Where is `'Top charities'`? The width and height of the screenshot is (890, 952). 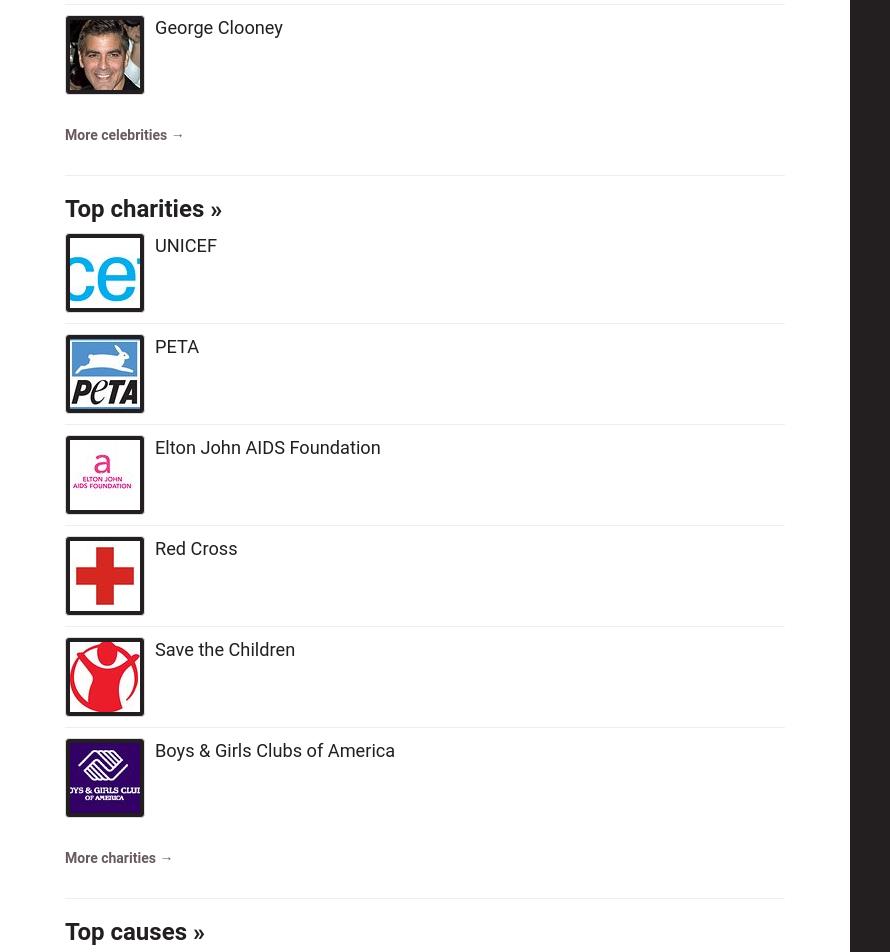
'Top charities' is located at coordinates (133, 208).